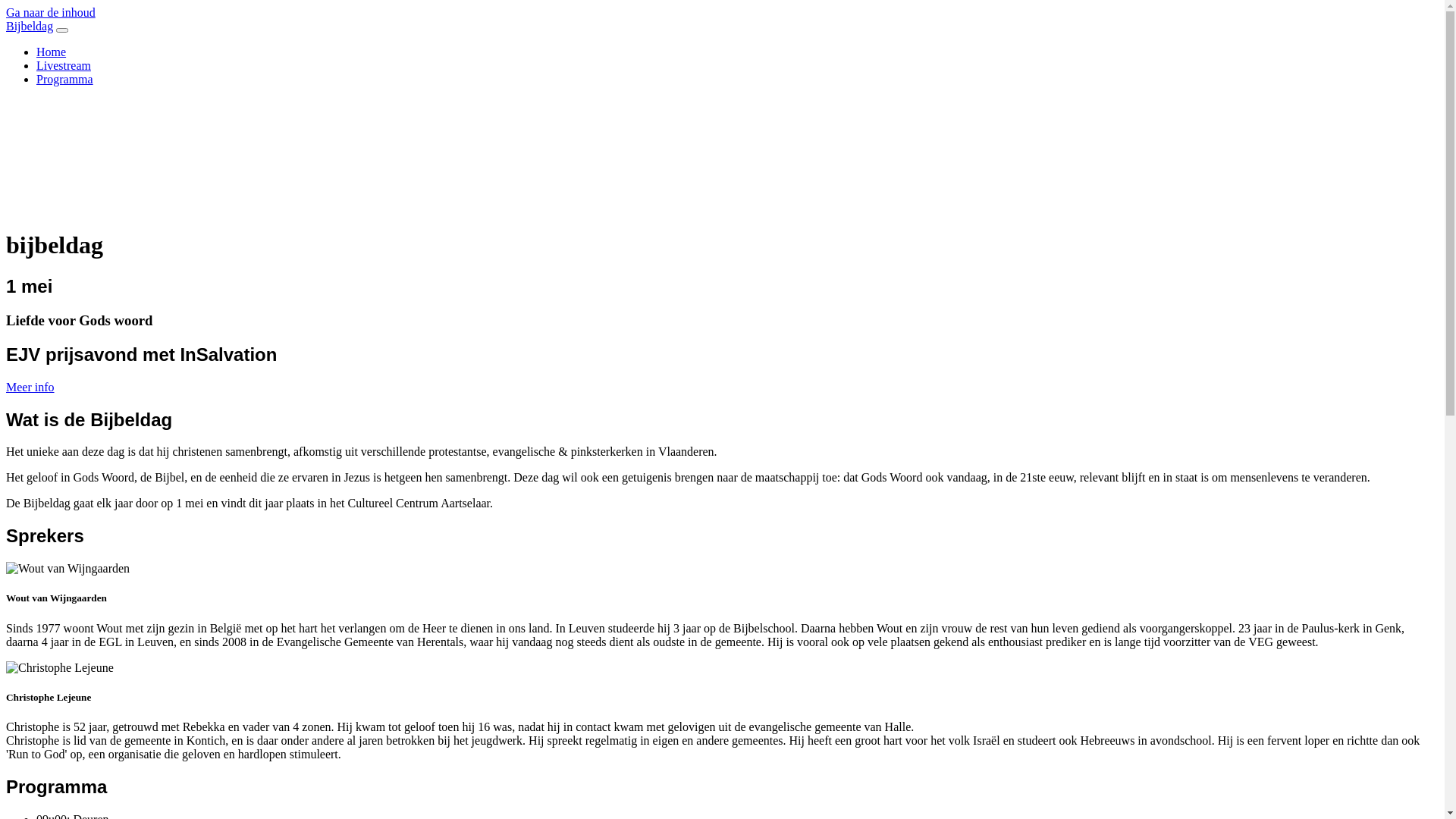  I want to click on 'Meer info', so click(30, 386).